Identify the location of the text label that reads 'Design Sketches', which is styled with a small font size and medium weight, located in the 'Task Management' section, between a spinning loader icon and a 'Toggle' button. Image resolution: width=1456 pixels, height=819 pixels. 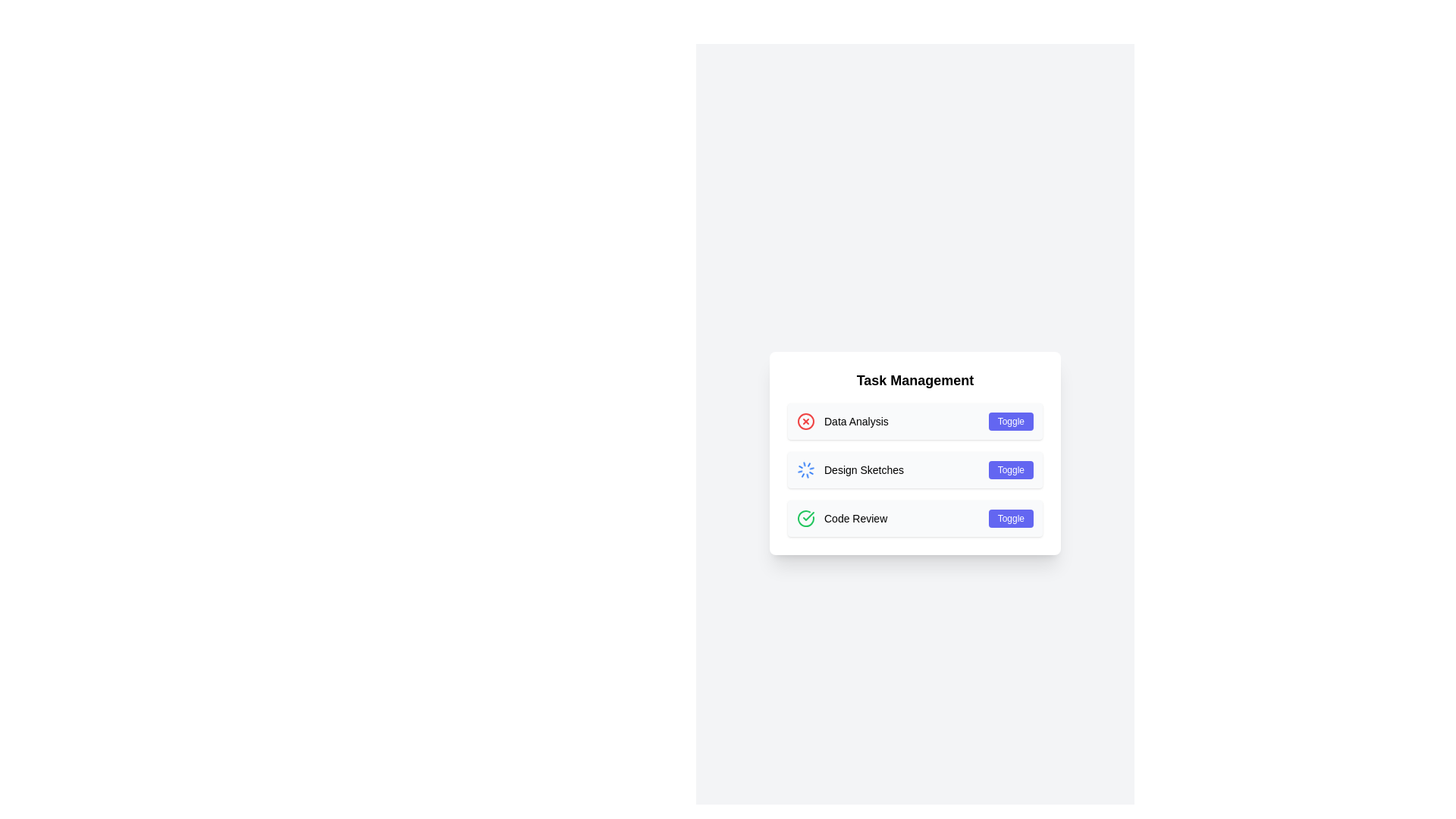
(864, 469).